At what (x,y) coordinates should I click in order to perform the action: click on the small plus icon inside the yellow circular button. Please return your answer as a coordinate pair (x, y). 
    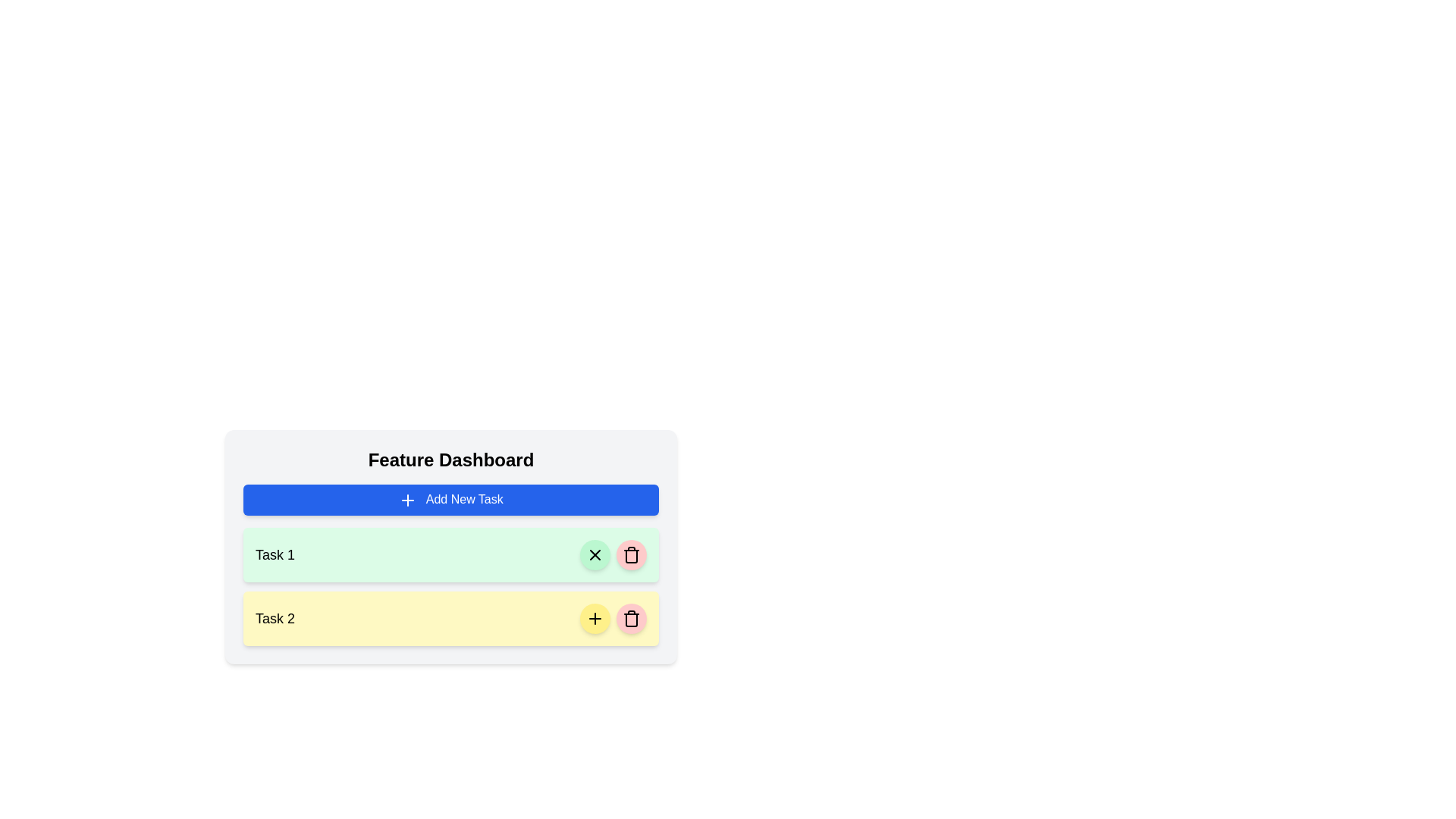
    Looking at the image, I should click on (595, 617).